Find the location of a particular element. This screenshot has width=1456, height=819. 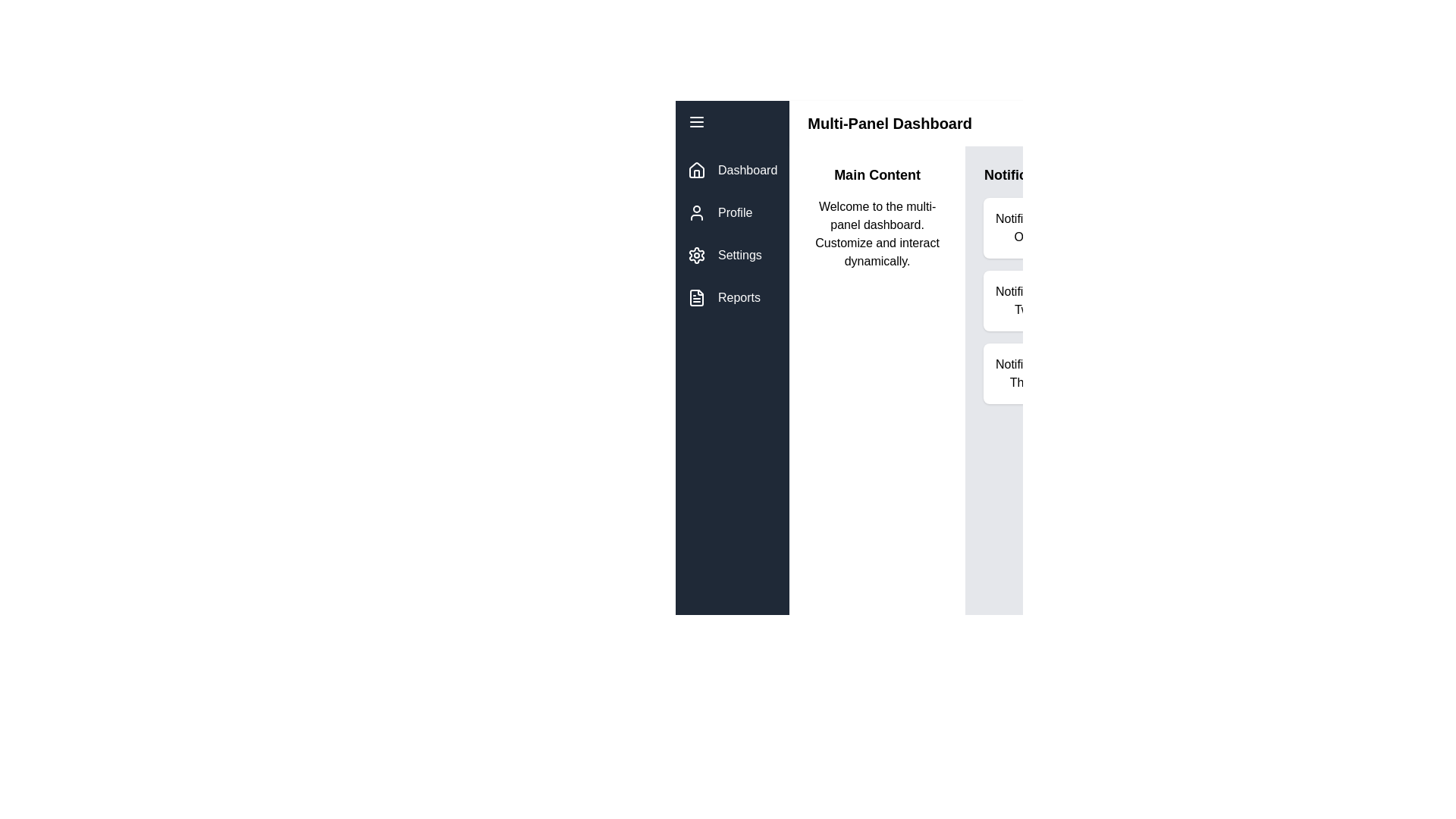

the gear-shaped icon in the vertical navigation menu, which is the third icon from the top is located at coordinates (695, 254).